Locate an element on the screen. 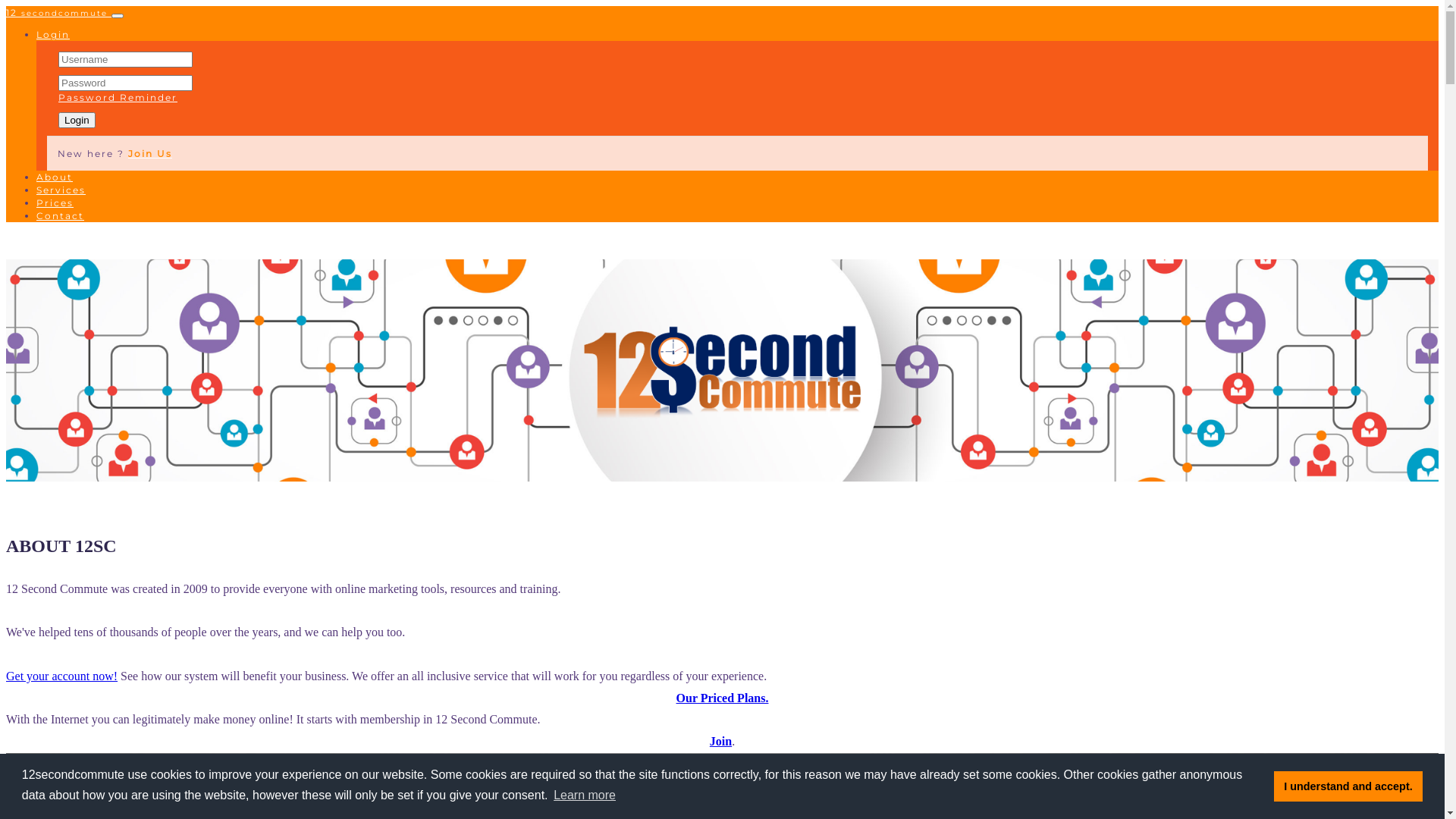 The image size is (1456, 819). 'Contact' is located at coordinates (60, 215).